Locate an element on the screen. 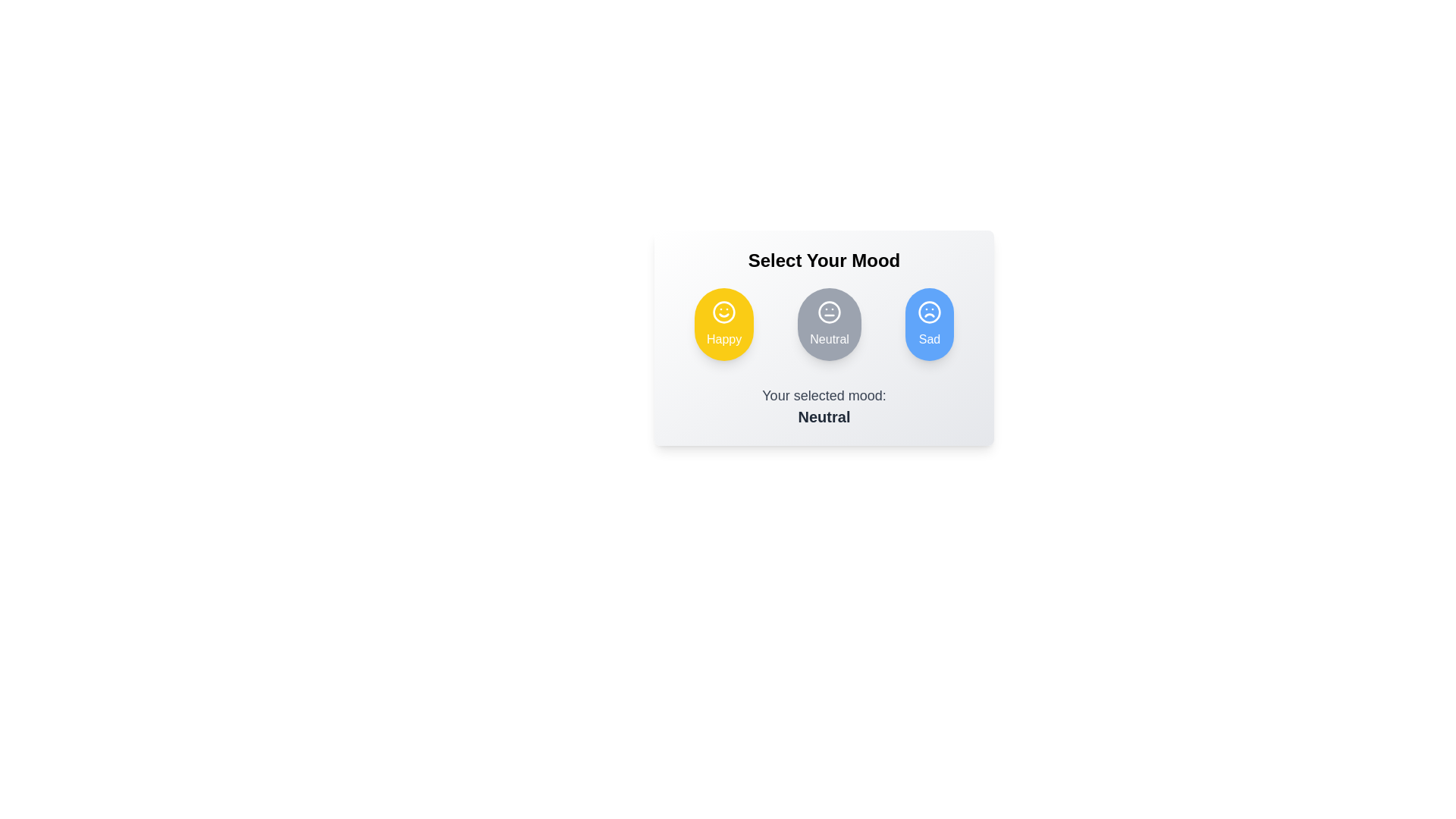 The image size is (1456, 819). the circular outline in the 'Neutral' mood icon, which is part of the visual design representing a neutral emotional state is located at coordinates (829, 312).